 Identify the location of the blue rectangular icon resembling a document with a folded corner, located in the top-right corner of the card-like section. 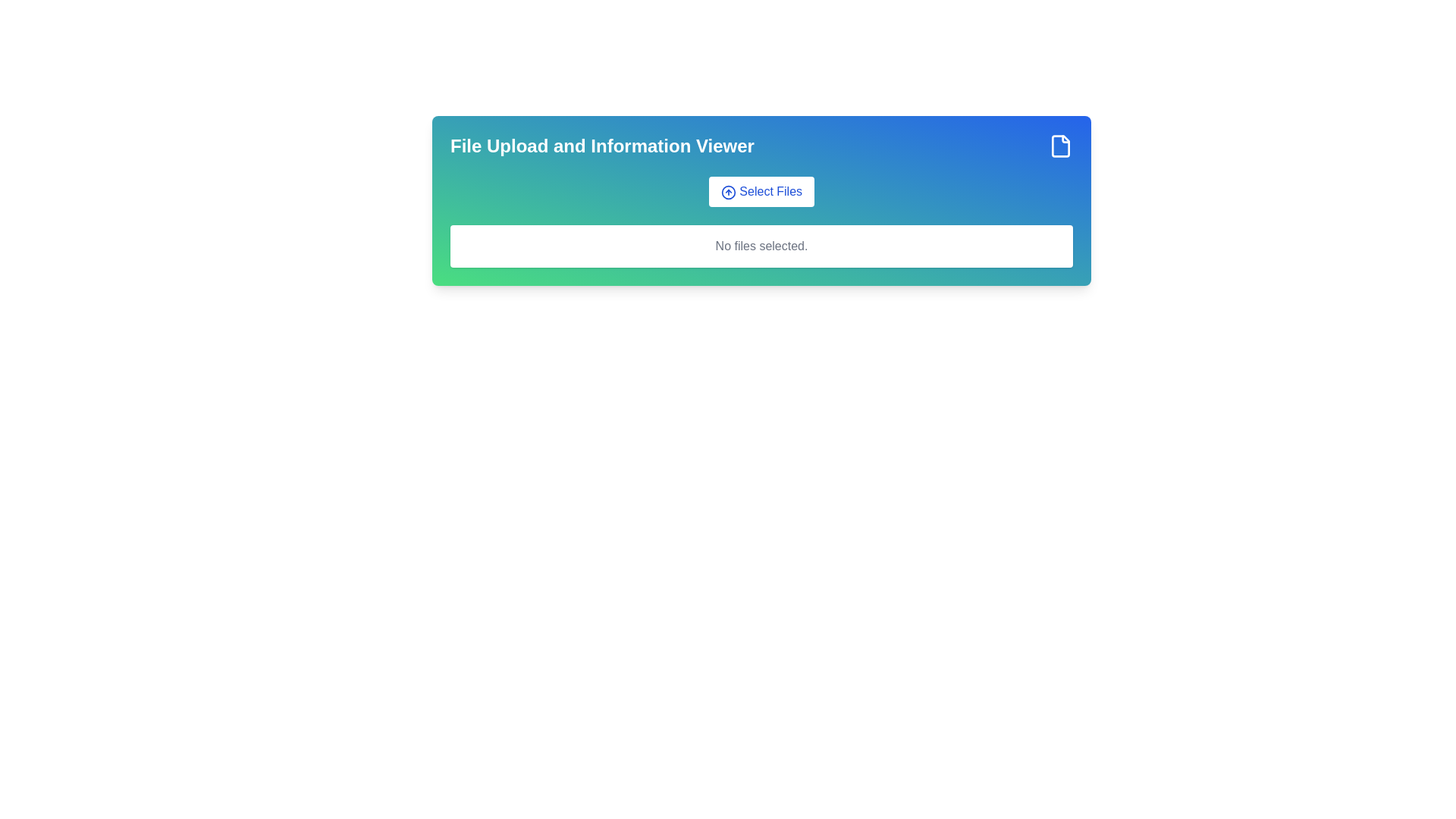
(1059, 146).